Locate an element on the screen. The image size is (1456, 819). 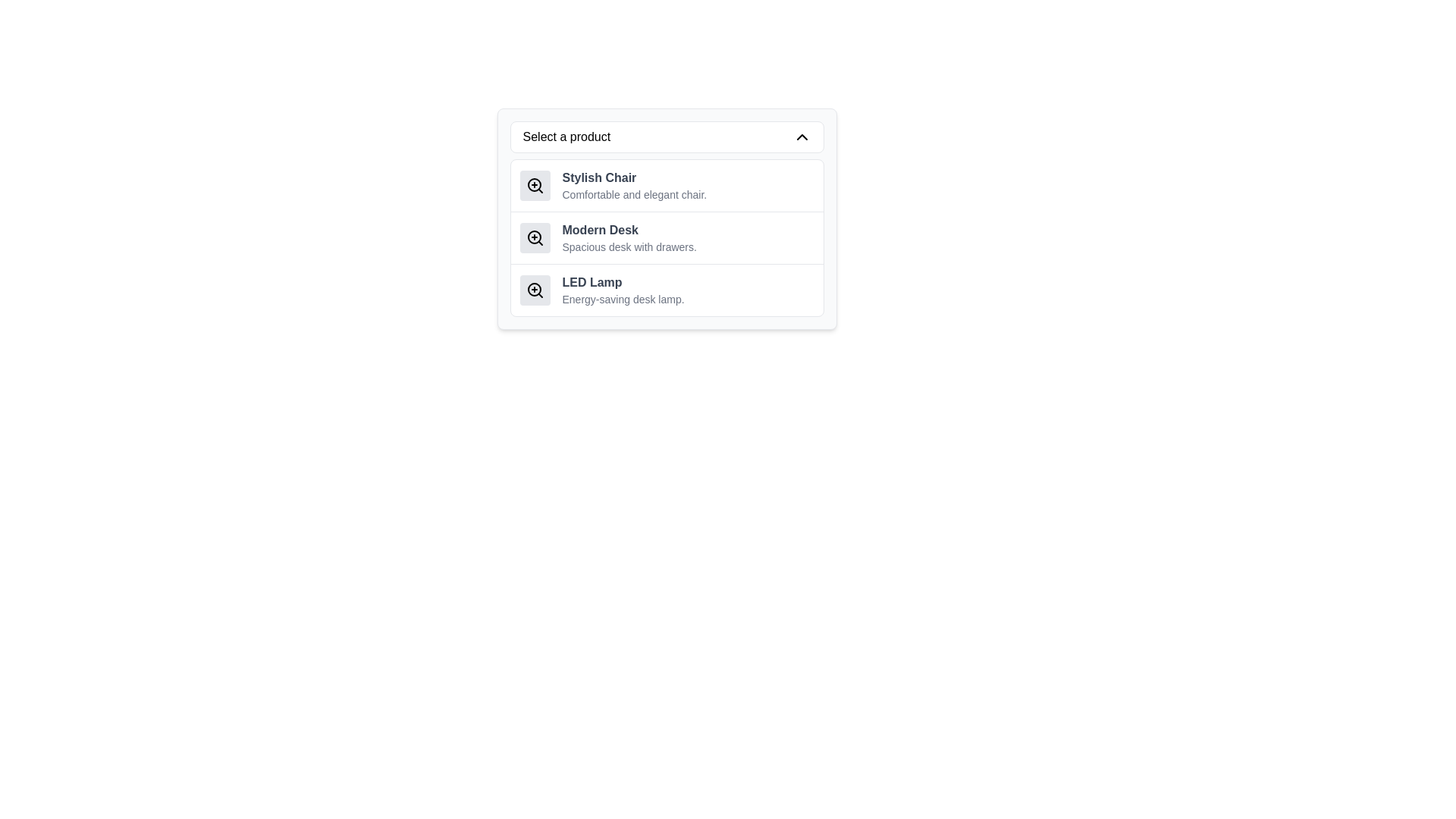
the Zoom In icon, which is represented by a magnifying glass with a plus symbol, located under the 'Select a product' heading is located at coordinates (535, 237).